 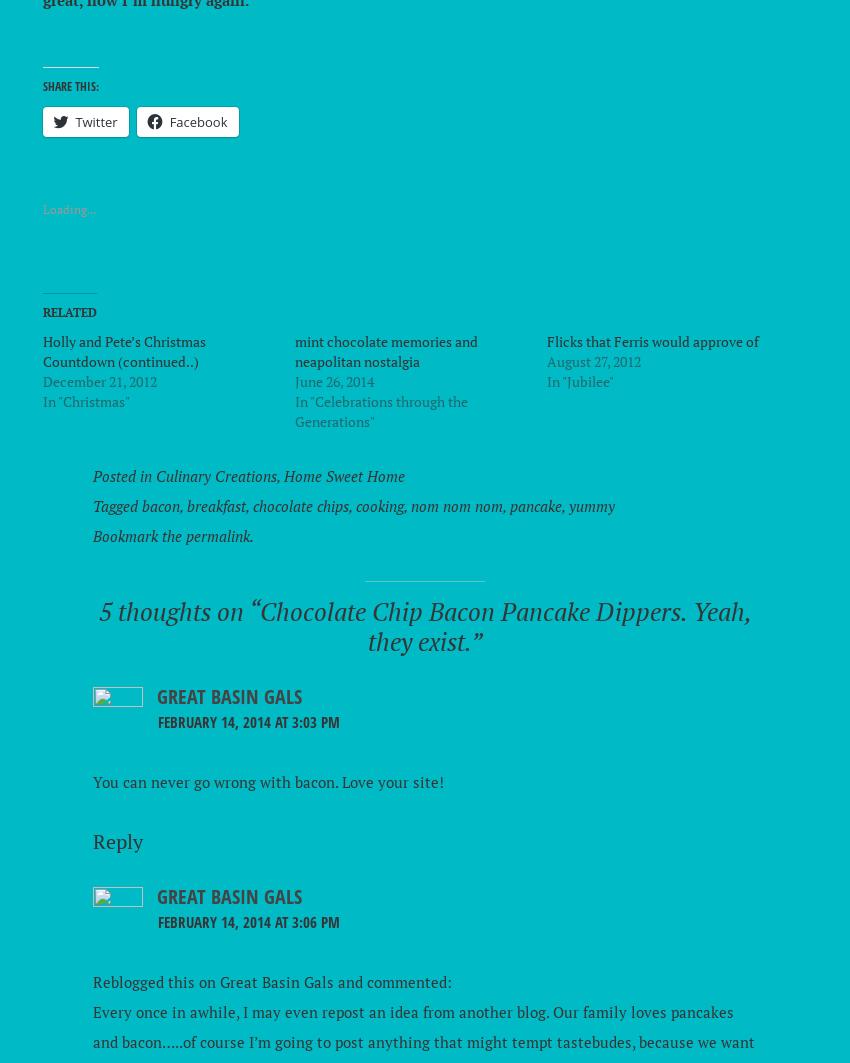 I want to click on 'Reblogged this on', so click(x=156, y=980).